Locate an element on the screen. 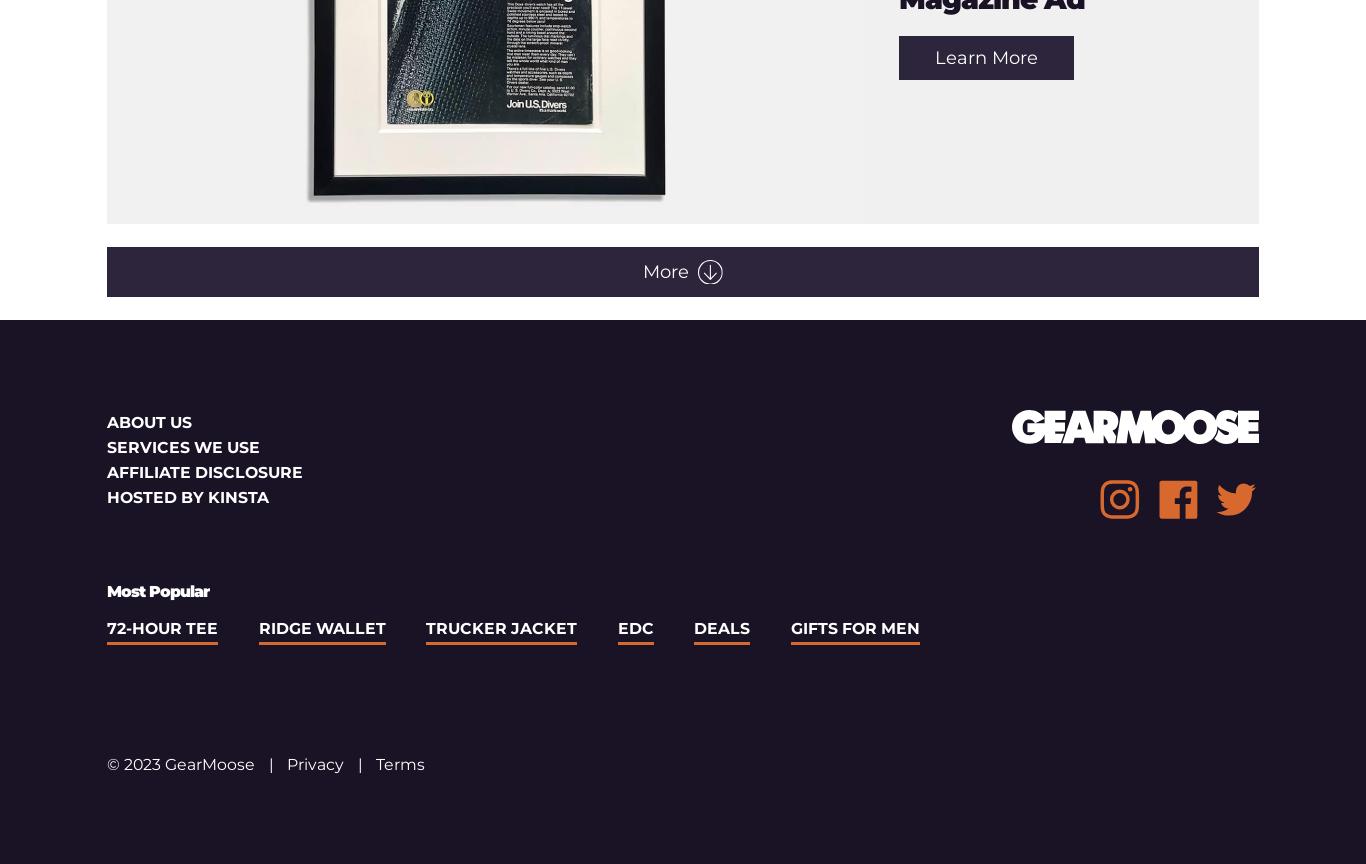 The image size is (1366, 864). 'Affiliate Disclosure' is located at coordinates (204, 472).